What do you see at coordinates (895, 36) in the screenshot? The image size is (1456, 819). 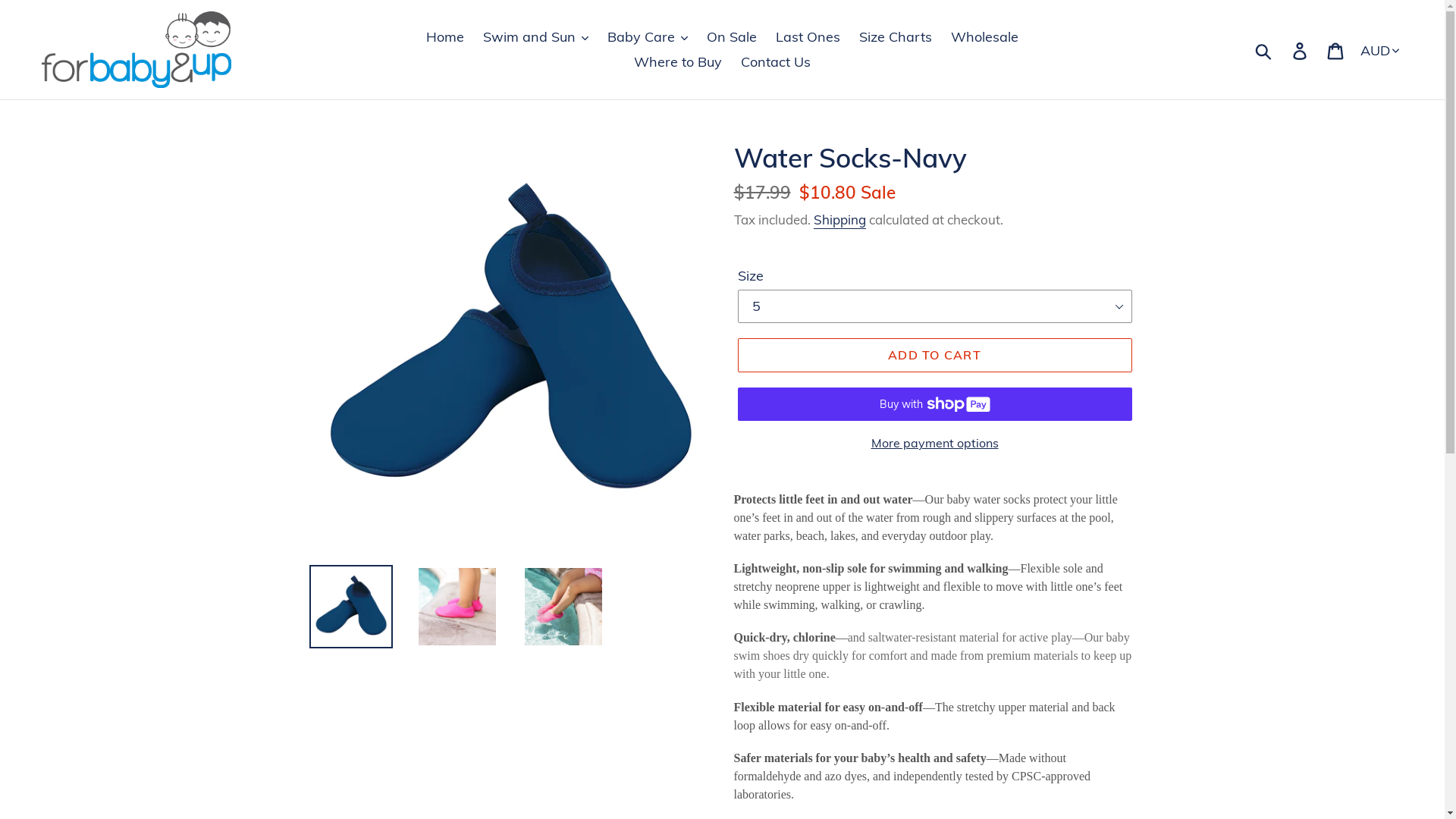 I see `'Size Charts'` at bounding box center [895, 36].